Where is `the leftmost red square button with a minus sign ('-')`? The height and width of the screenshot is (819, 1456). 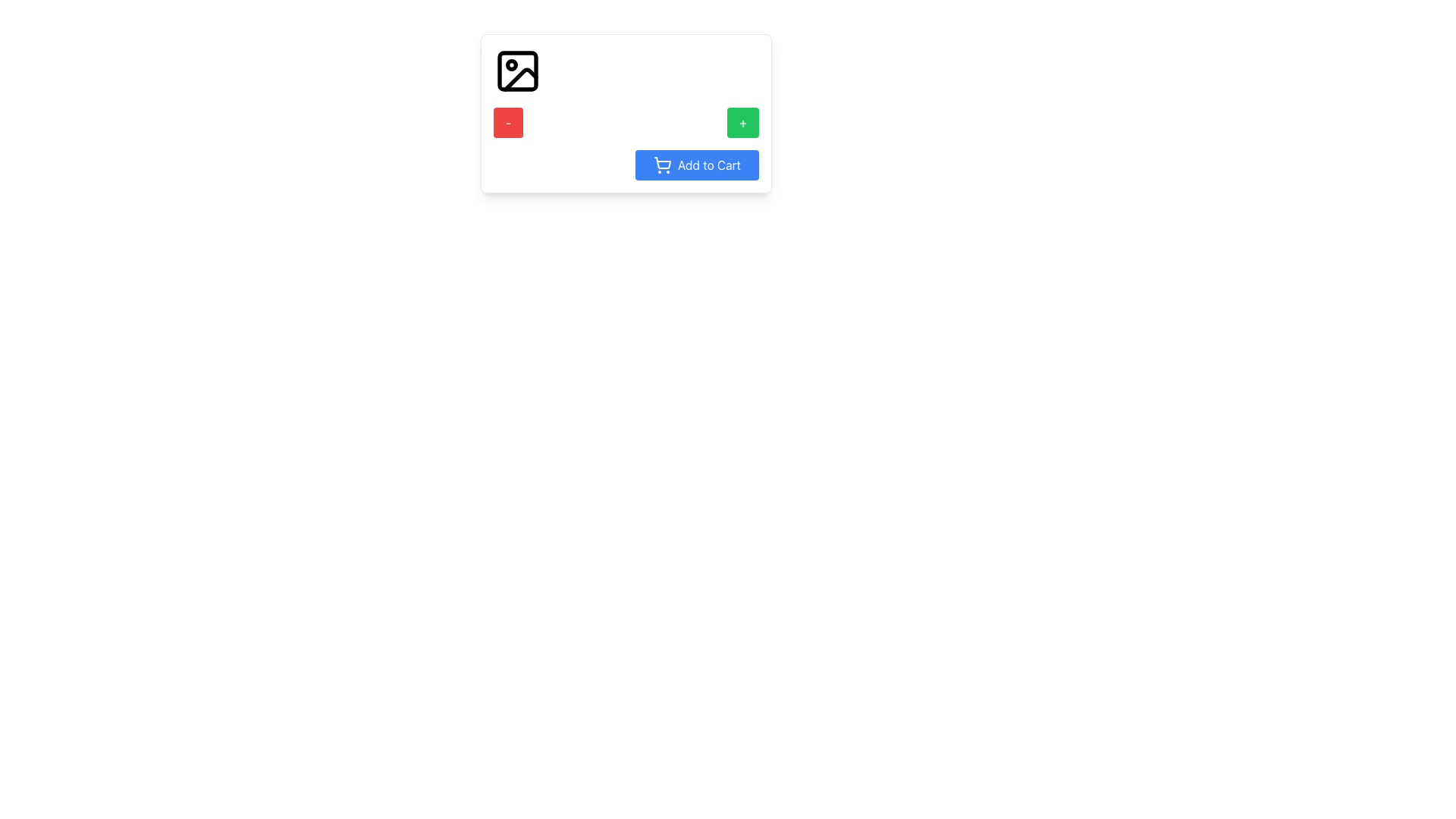 the leftmost red square button with a minus sign ('-') is located at coordinates (508, 122).